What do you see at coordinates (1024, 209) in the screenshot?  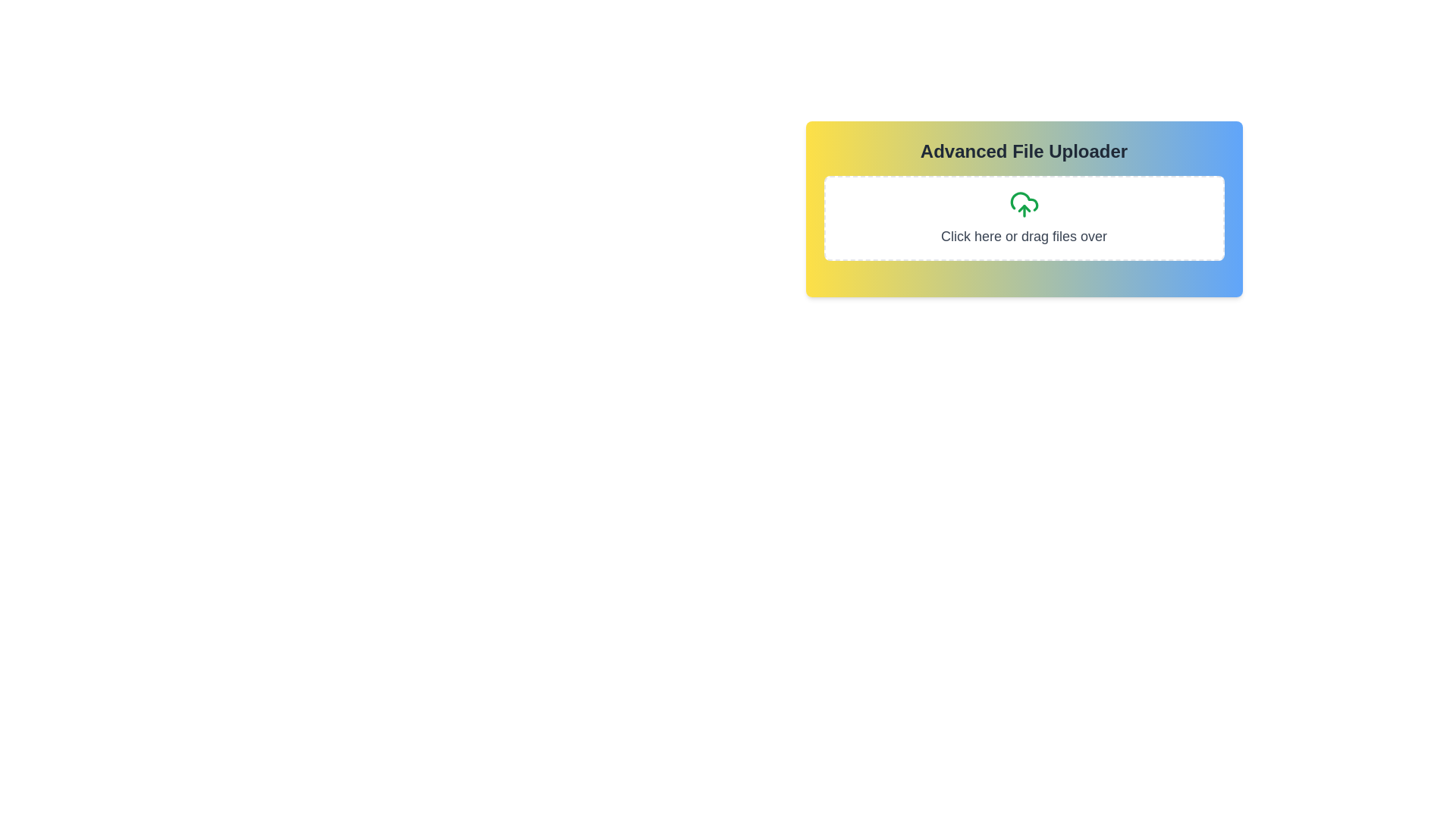 I see `and drop files onto the Interactive file uploader module, which features a gradient background, dashed border, and a cloud upload icon with the prompt 'Click here or drag files over'` at bounding box center [1024, 209].